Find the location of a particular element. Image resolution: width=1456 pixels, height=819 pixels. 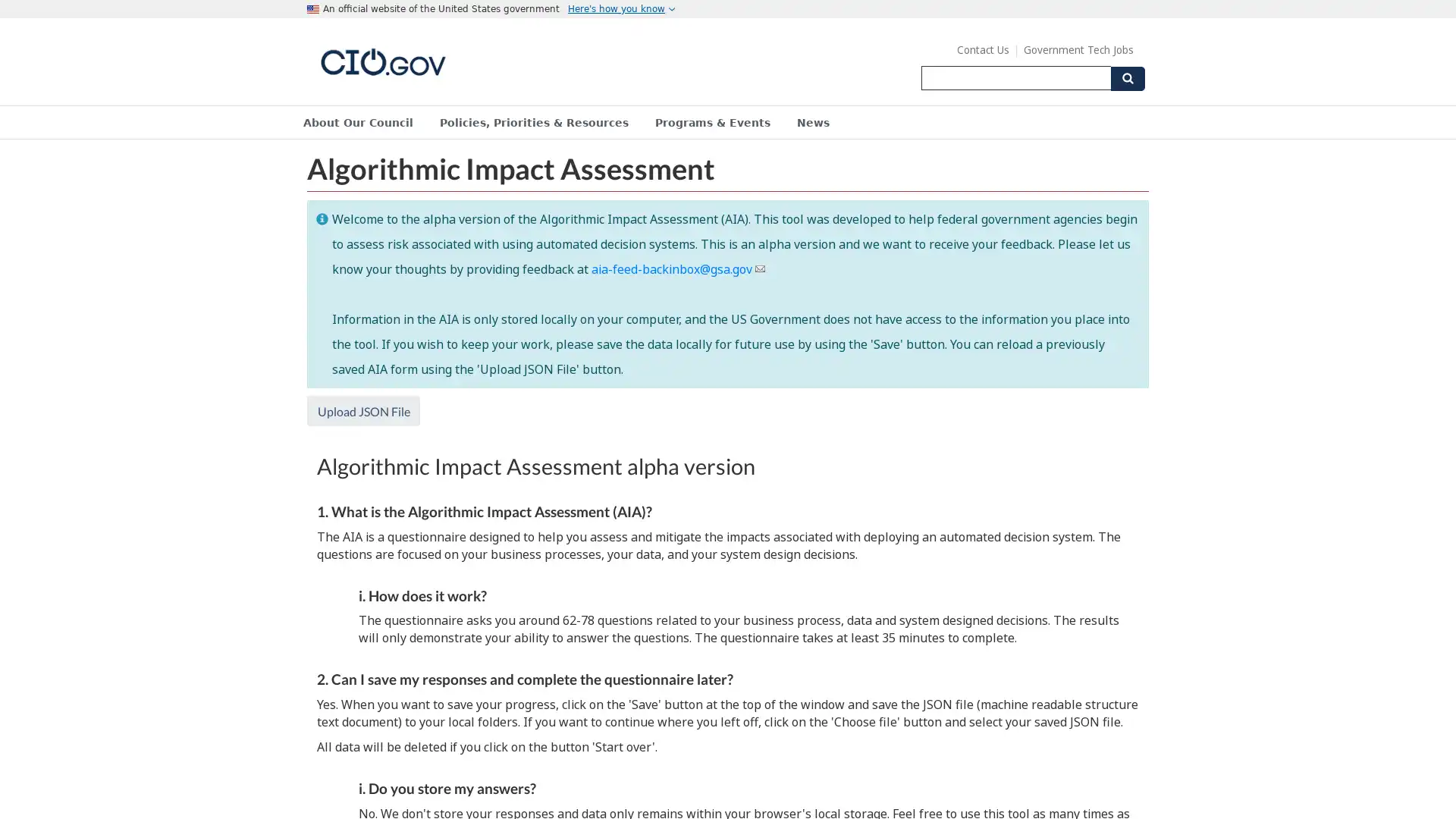

Open An official website of the United States government Banner is located at coordinates (621, 8).